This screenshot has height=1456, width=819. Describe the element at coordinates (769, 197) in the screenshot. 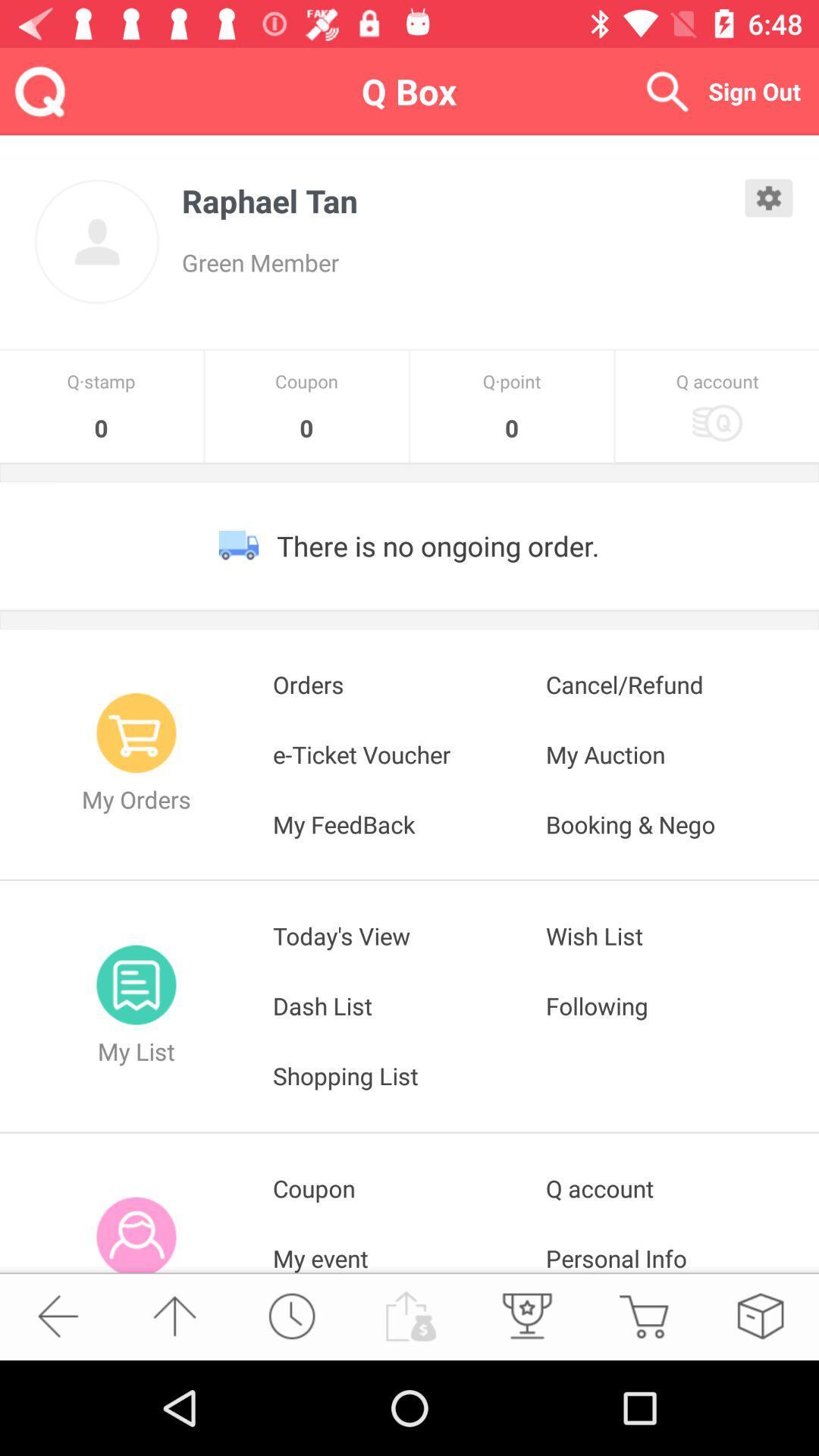

I see `check settings` at that location.